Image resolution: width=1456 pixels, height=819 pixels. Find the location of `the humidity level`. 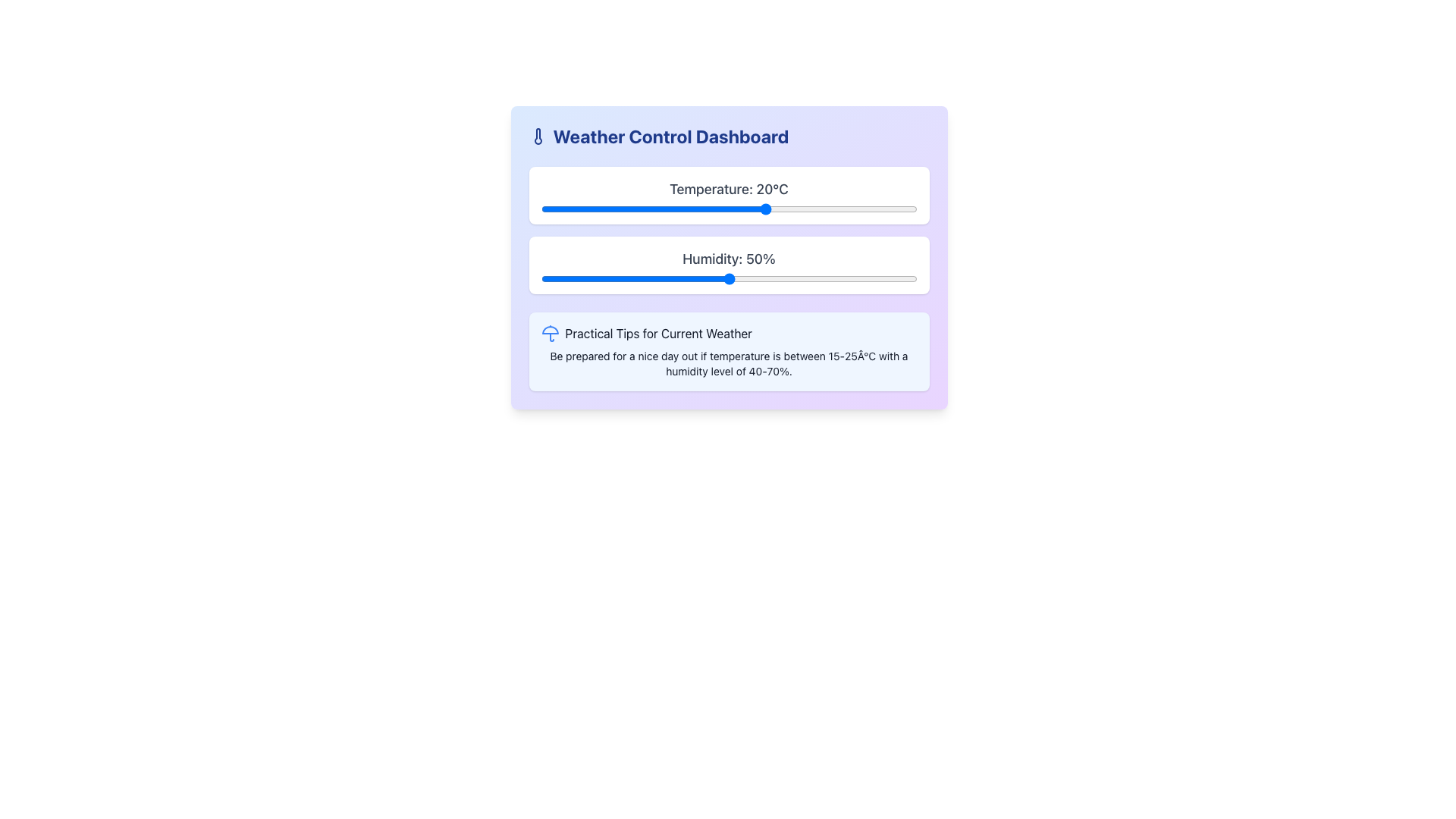

the humidity level is located at coordinates (755, 278).